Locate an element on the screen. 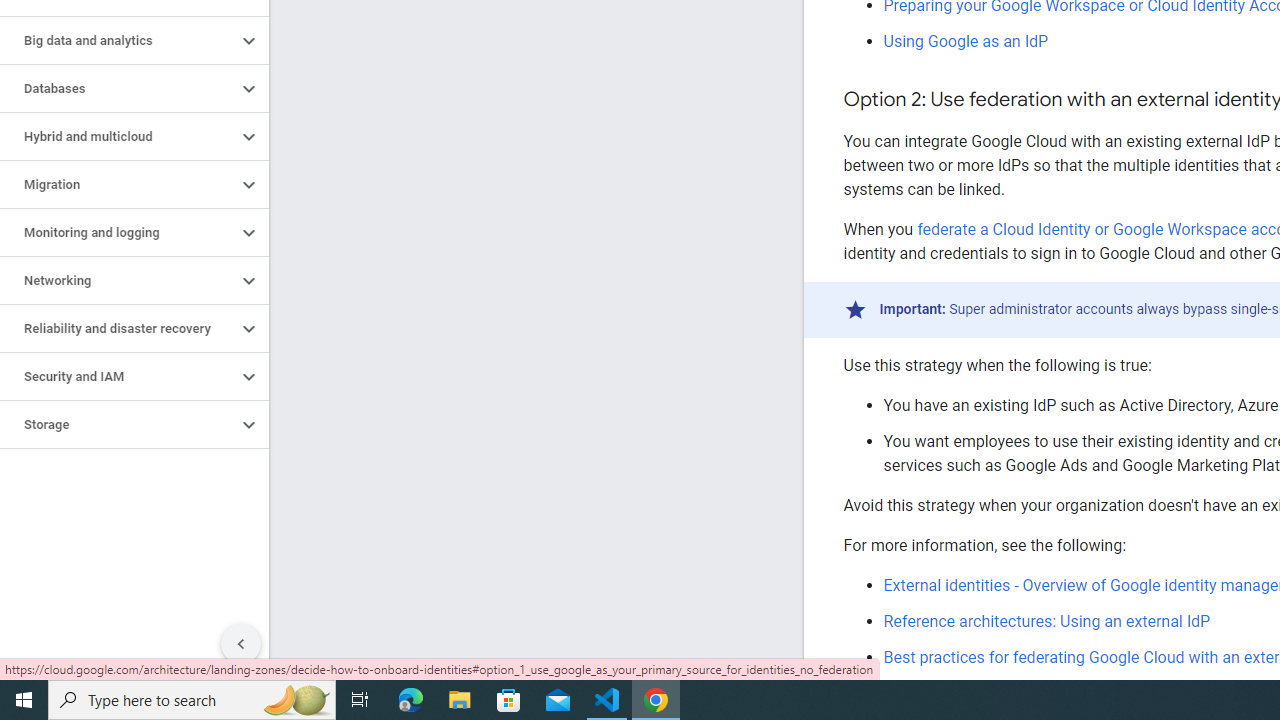 The width and height of the screenshot is (1280, 720). 'Databases' is located at coordinates (117, 87).